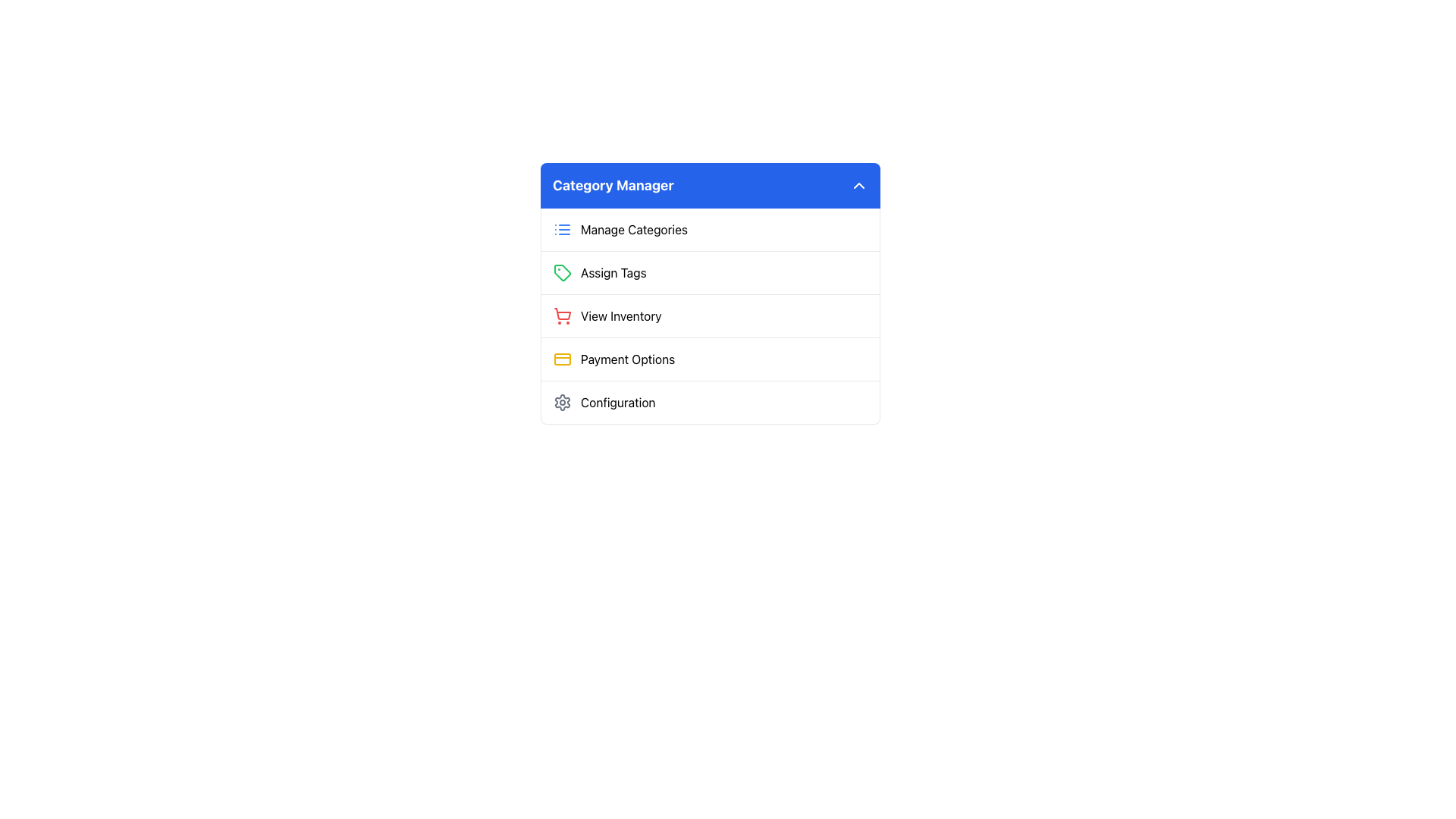 The width and height of the screenshot is (1456, 819). Describe the element at coordinates (709, 315) in the screenshot. I see `the inventory management button located below 'Manage Categories' and 'Assign Tags', and above 'Payment Options' and 'Configuration' in the Category Manager section` at that location.